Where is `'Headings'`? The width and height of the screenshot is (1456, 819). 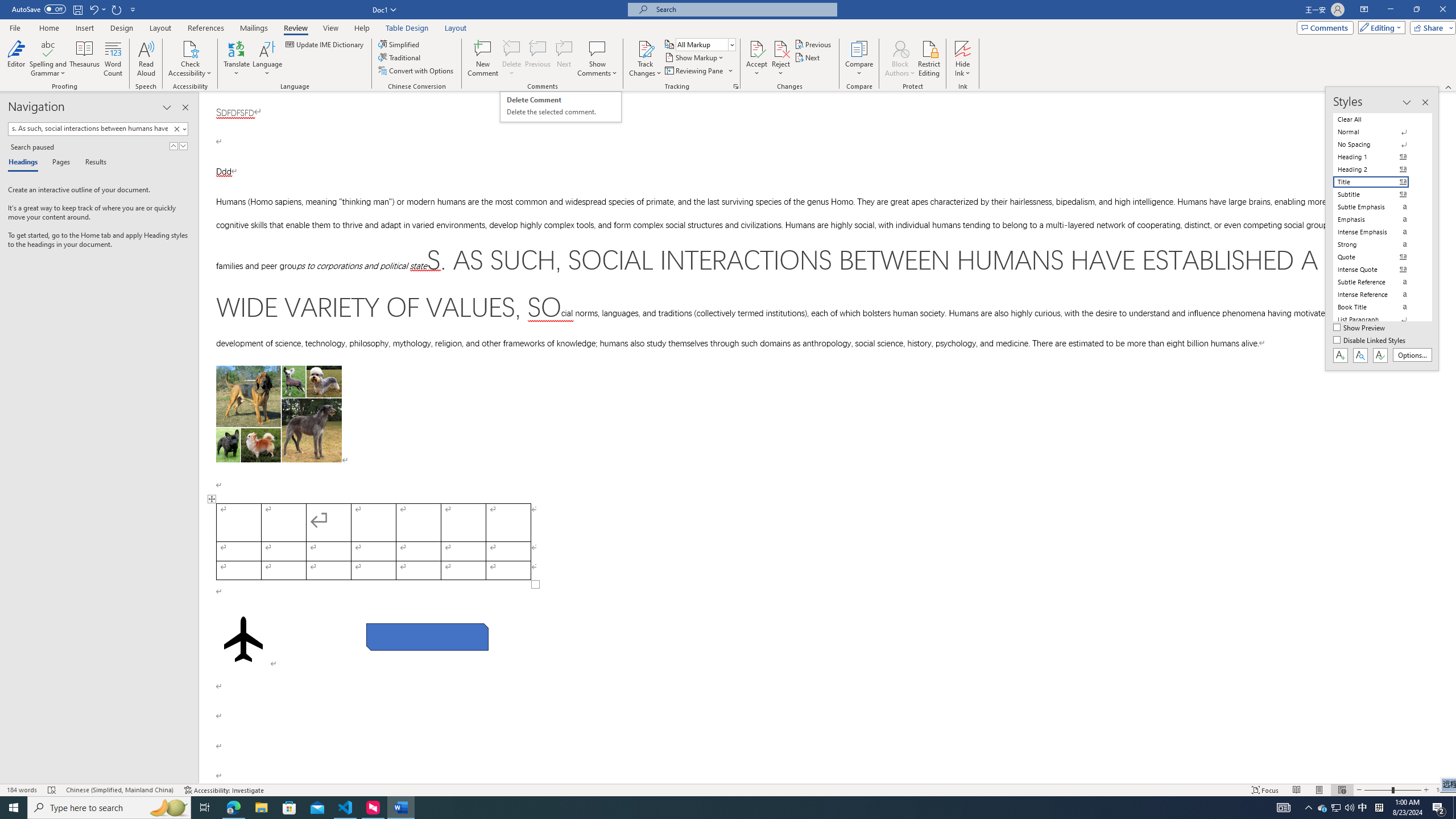 'Headings' is located at coordinates (25, 163).